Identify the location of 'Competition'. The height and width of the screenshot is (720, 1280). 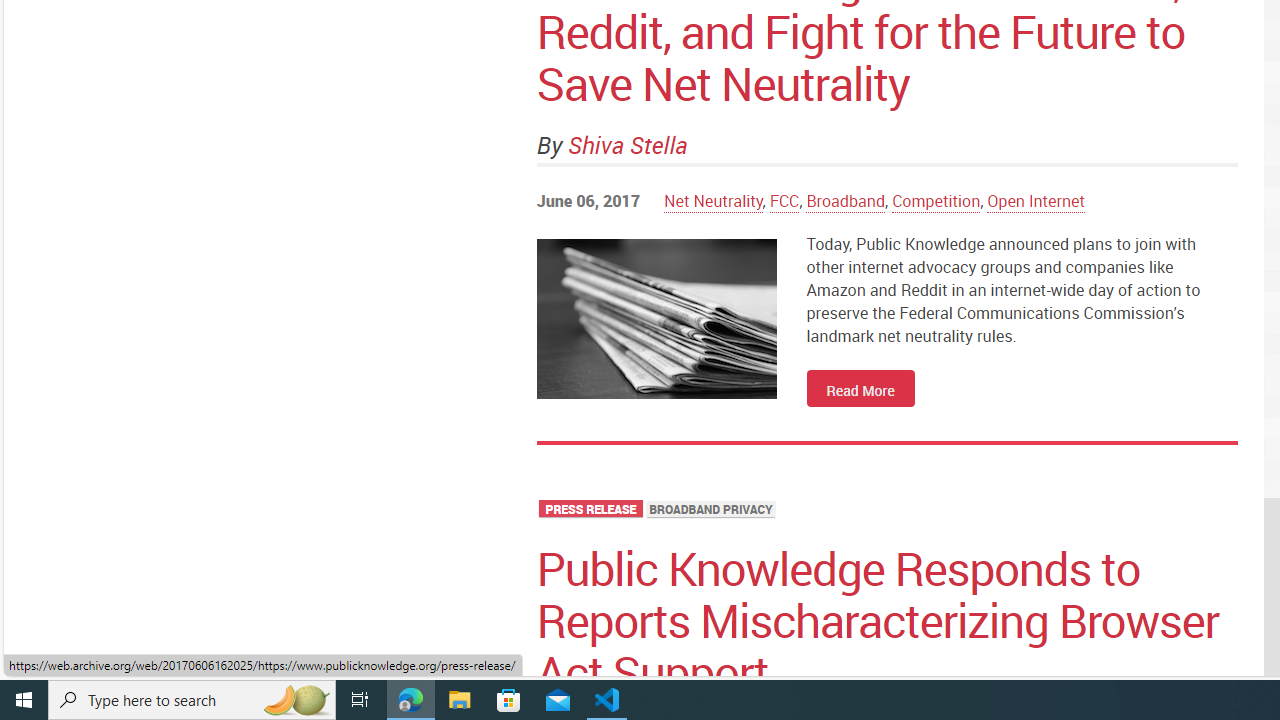
(935, 200).